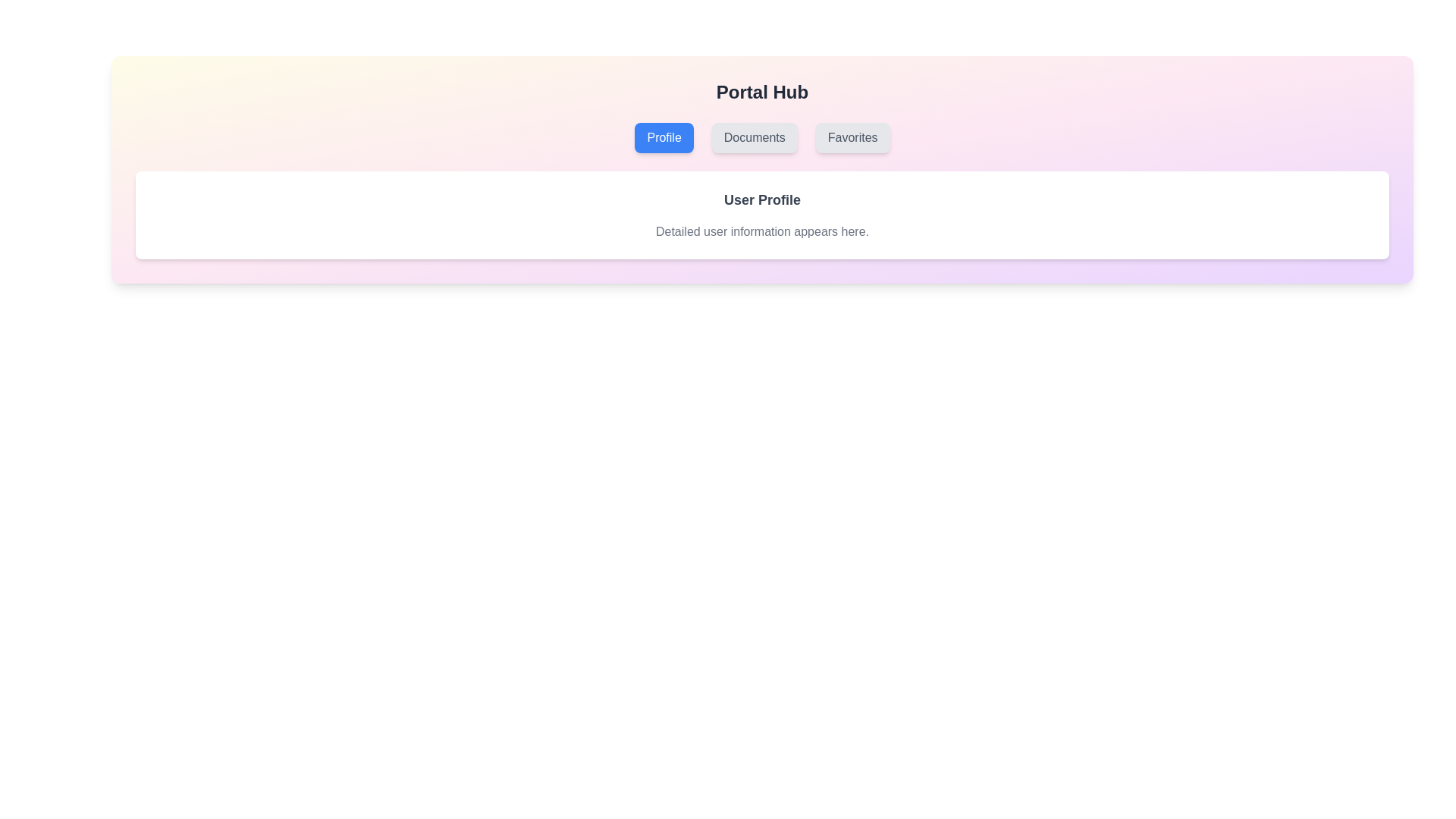  Describe the element at coordinates (664, 137) in the screenshot. I see `the first navigation button for accessing the 'Profile' section of the portal` at that location.